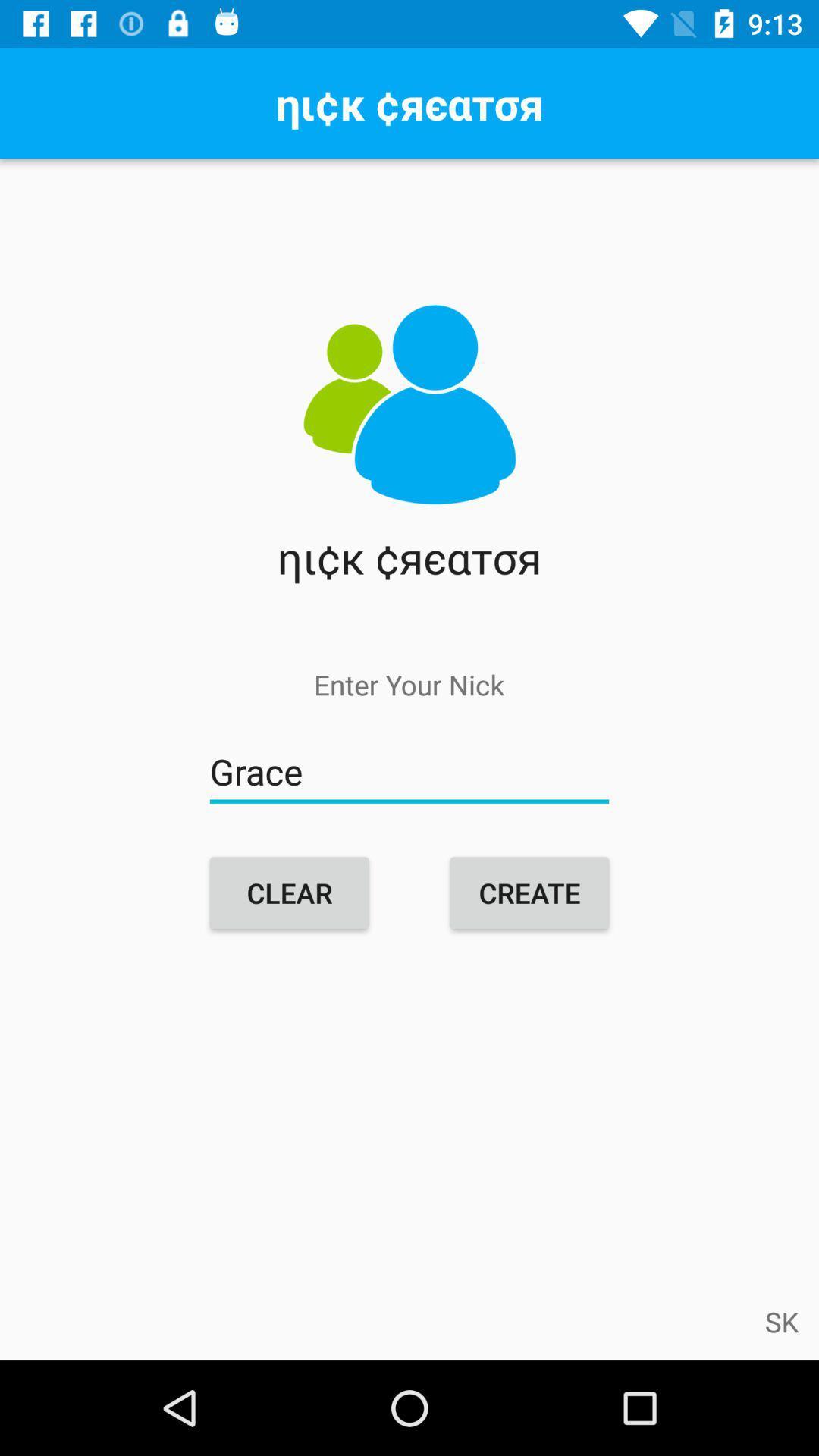 The height and width of the screenshot is (1456, 819). Describe the element at coordinates (289, 893) in the screenshot. I see `the clear` at that location.